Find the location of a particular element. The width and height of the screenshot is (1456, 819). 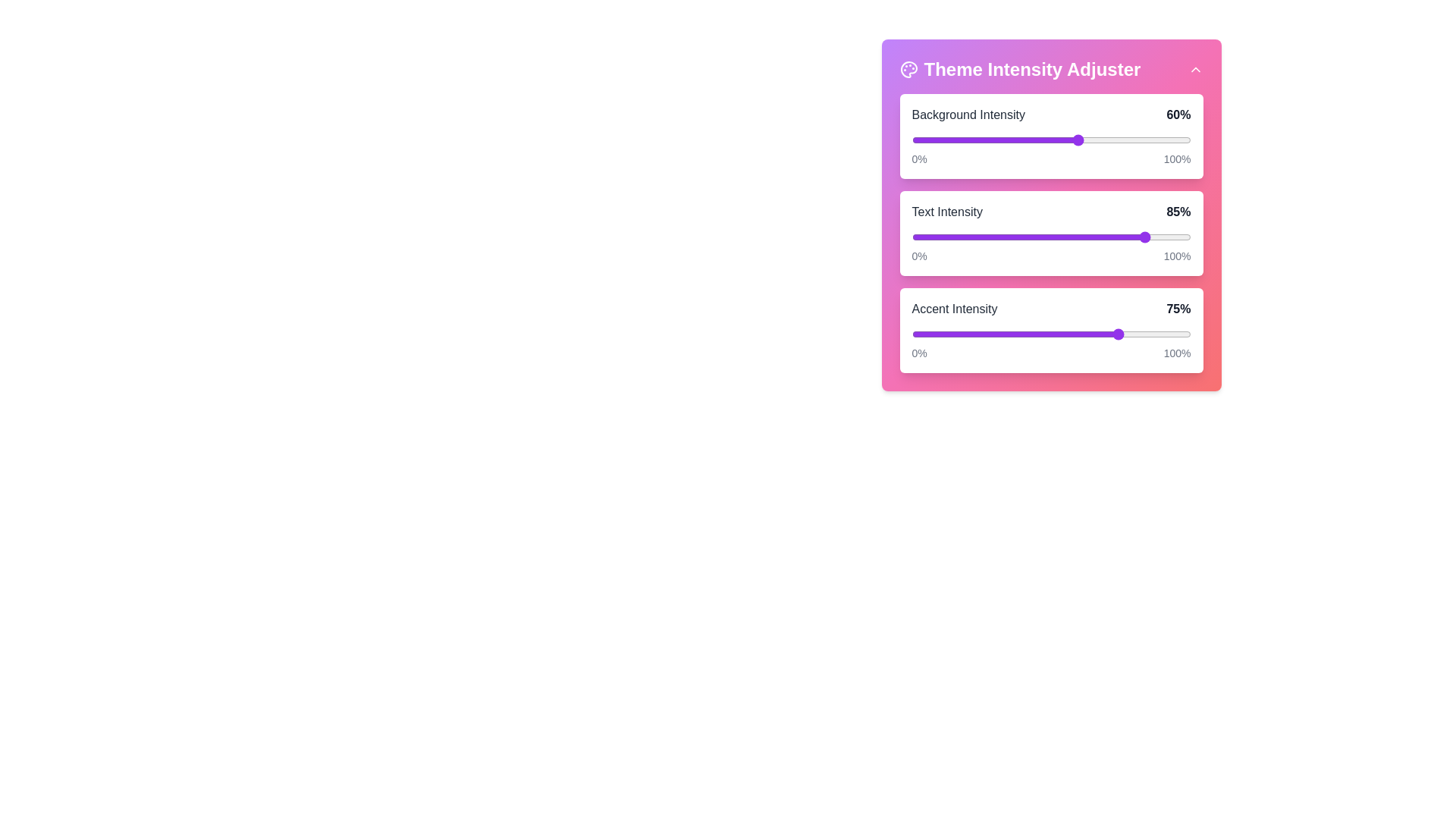

the minimum value label (0%) for the 'Text Intensity' slider is located at coordinates (918, 158).